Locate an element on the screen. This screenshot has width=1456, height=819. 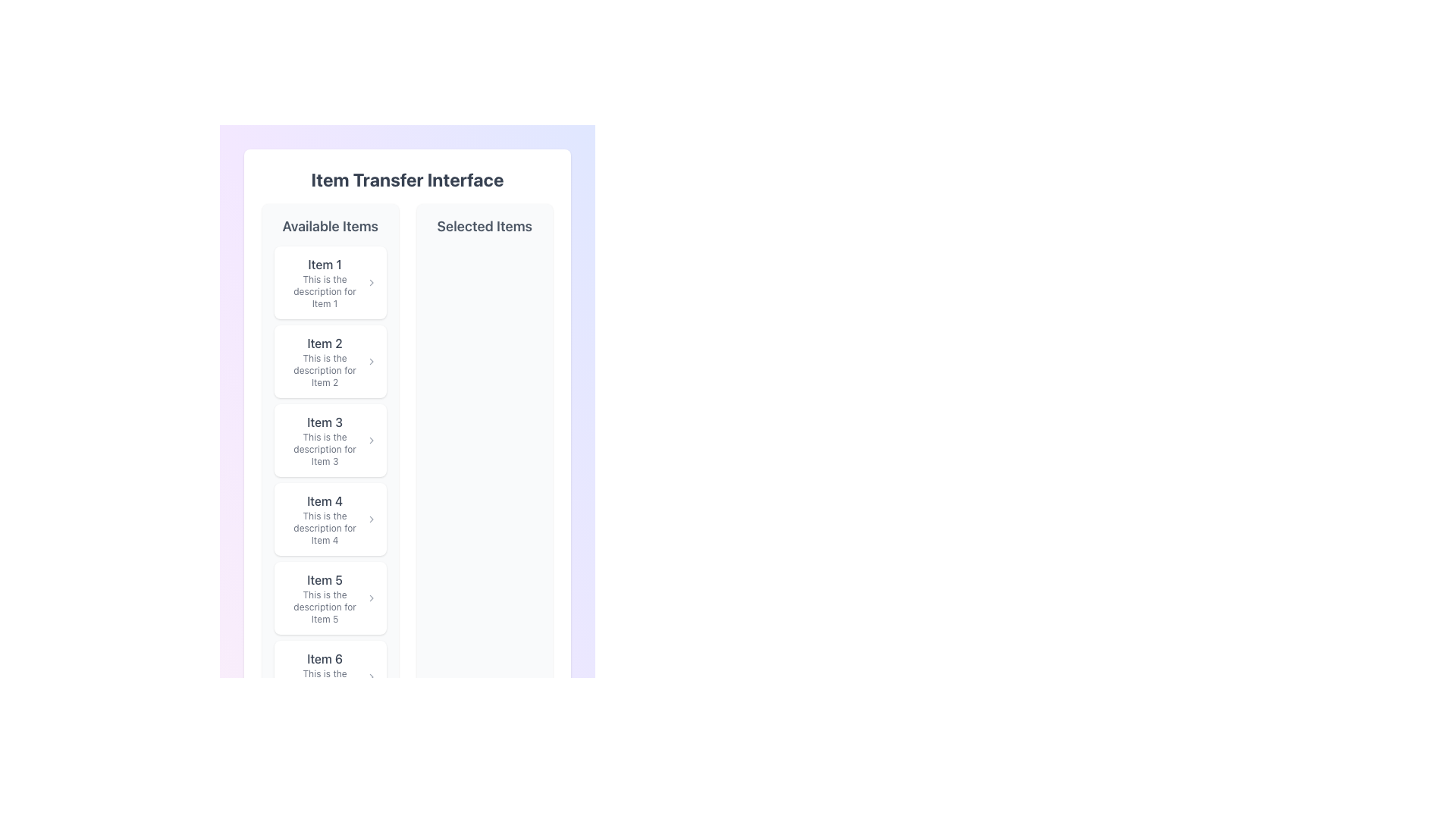
the item card for 'Item 6' located in the left column under the 'Available Items' heading is located at coordinates (329, 676).